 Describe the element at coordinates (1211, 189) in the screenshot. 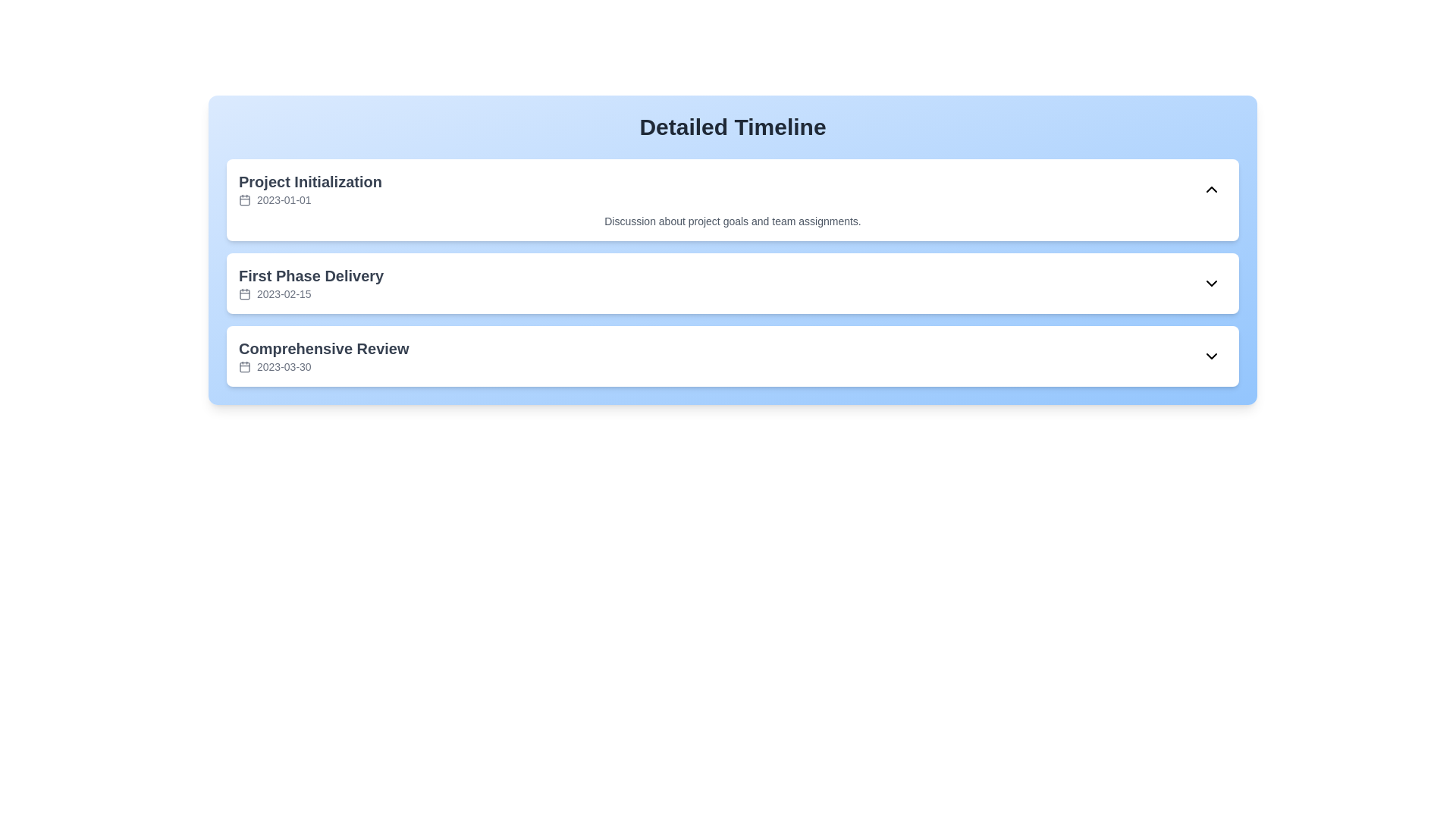

I see `the upward chevron button located at the far-right side of the 'Project Initialization' row` at that location.